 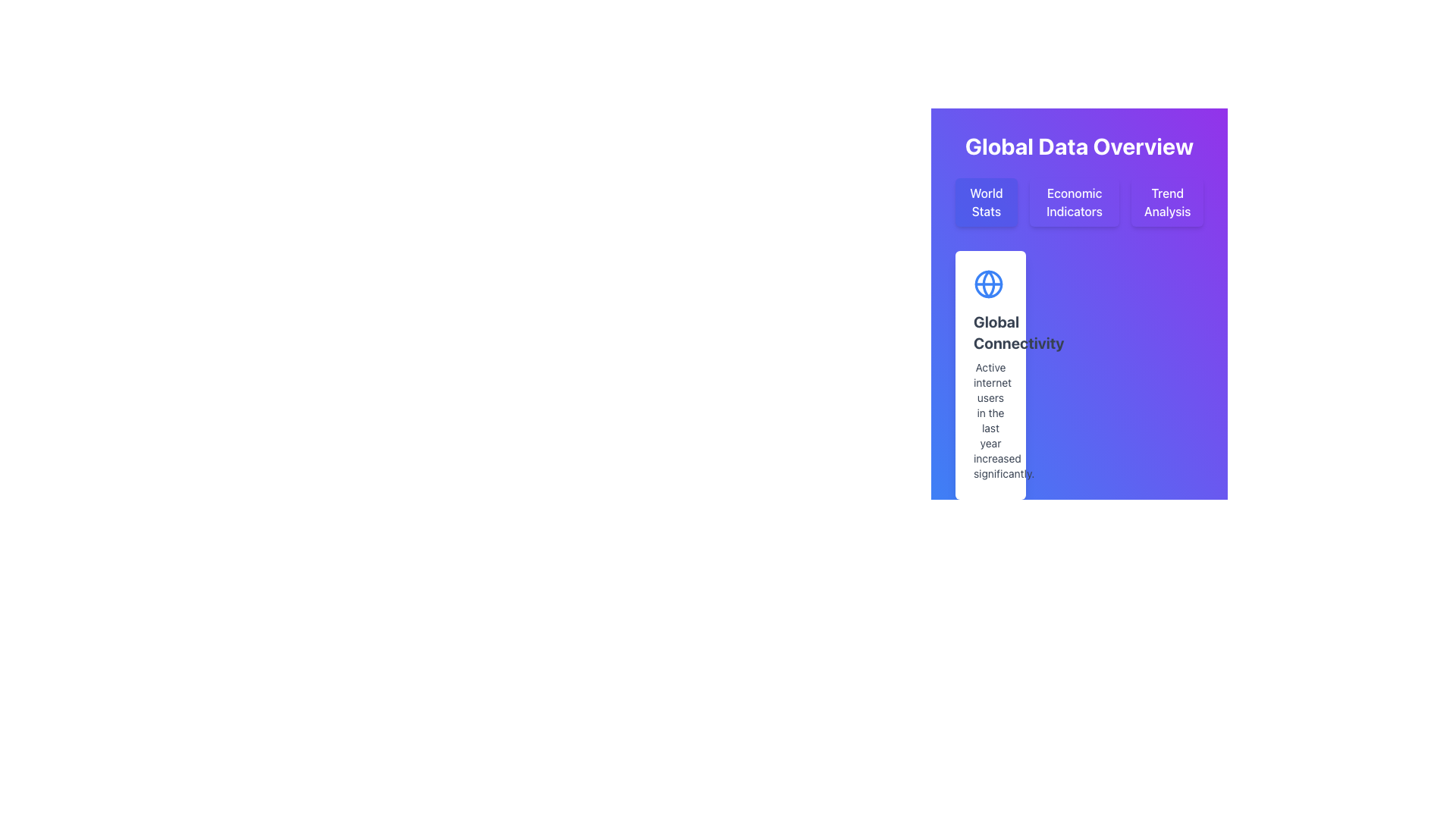 I want to click on the 'Trend Analysis' button, which is a rounded rectangular button with white text on a purple background located in the top-right portion of the interface under 'Global Data Overview', so click(x=1166, y=201).